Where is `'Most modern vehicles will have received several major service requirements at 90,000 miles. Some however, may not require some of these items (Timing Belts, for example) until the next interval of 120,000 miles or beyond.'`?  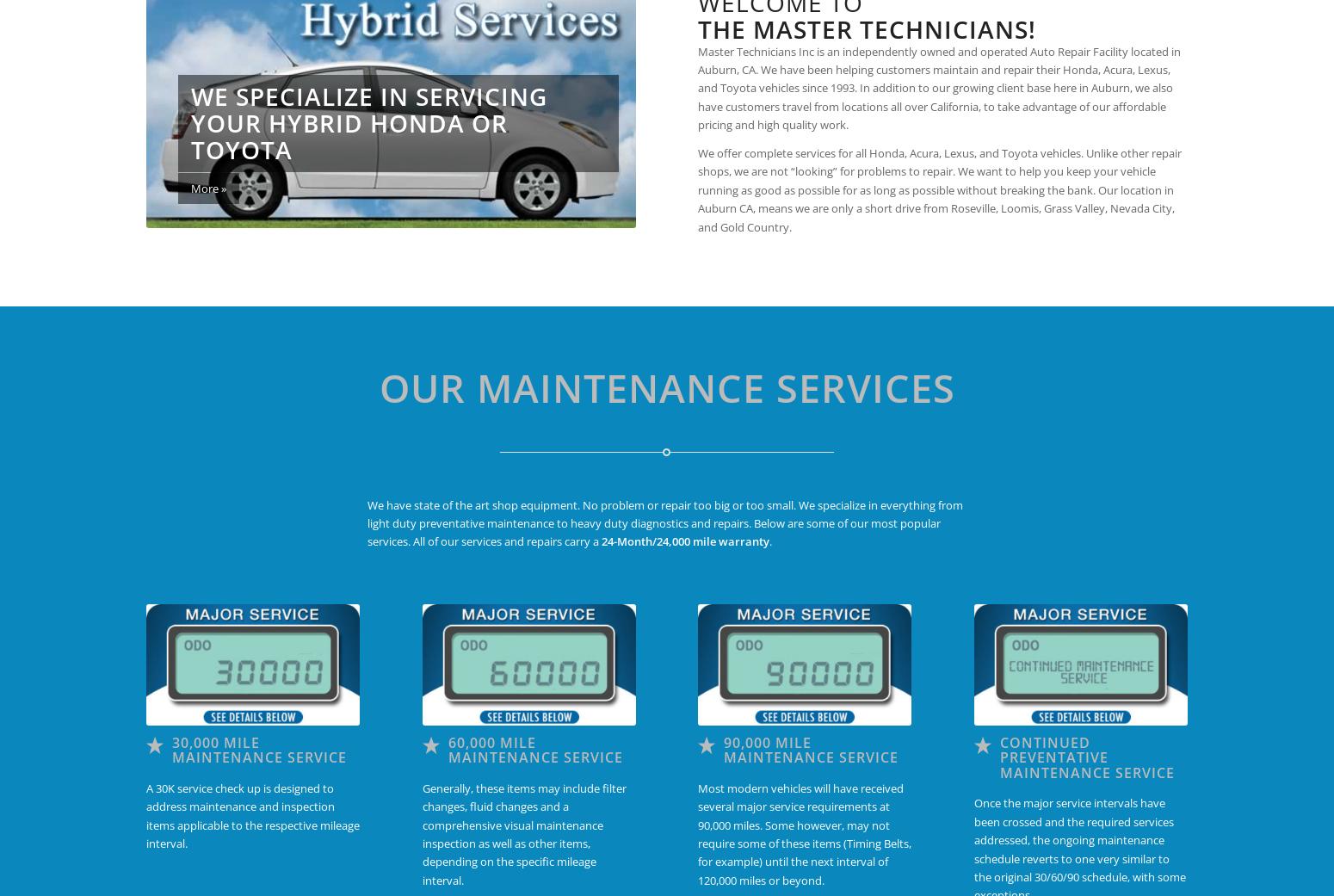
'Most modern vehicles will have received several major service requirements at 90,000 miles. Some however, may not require some of these items (Timing Belts, for example) until the next interval of 120,000 miles or beyond.' is located at coordinates (803, 833).